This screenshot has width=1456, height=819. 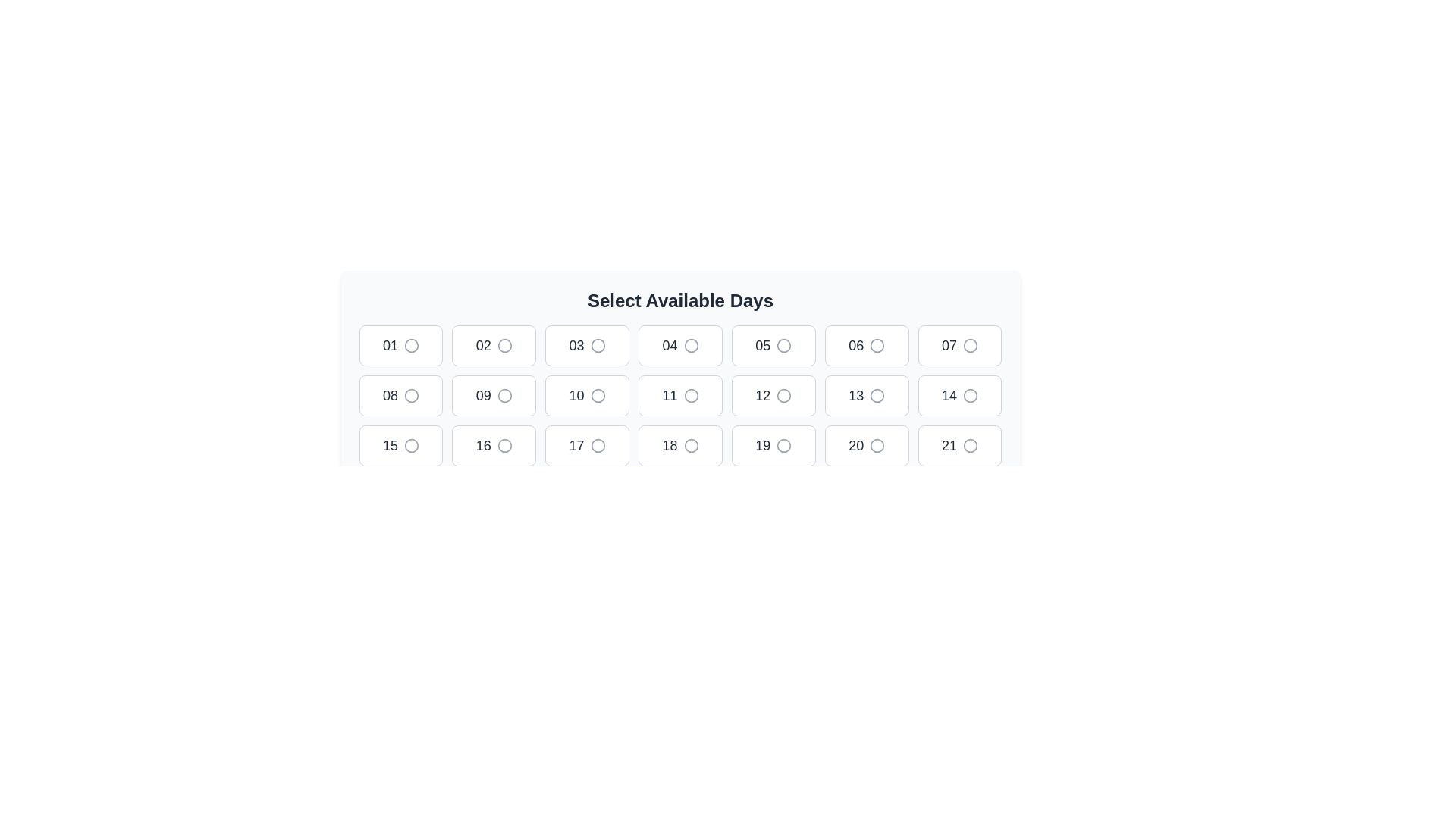 I want to click on the circular graphic element of the radio button labeled '02', so click(x=504, y=345).